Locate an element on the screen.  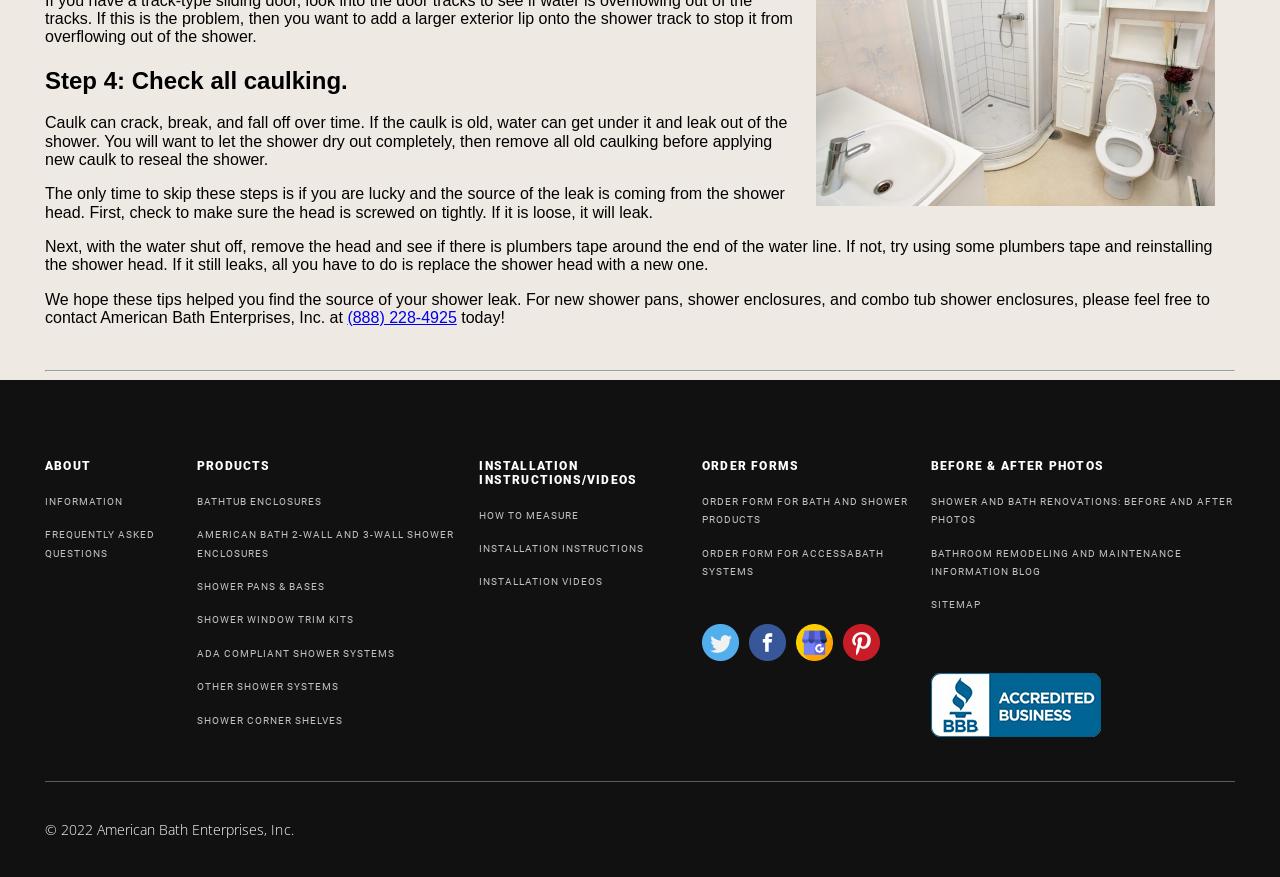
'© 2022 American Bath Enterprises, Inc.' is located at coordinates (168, 829).